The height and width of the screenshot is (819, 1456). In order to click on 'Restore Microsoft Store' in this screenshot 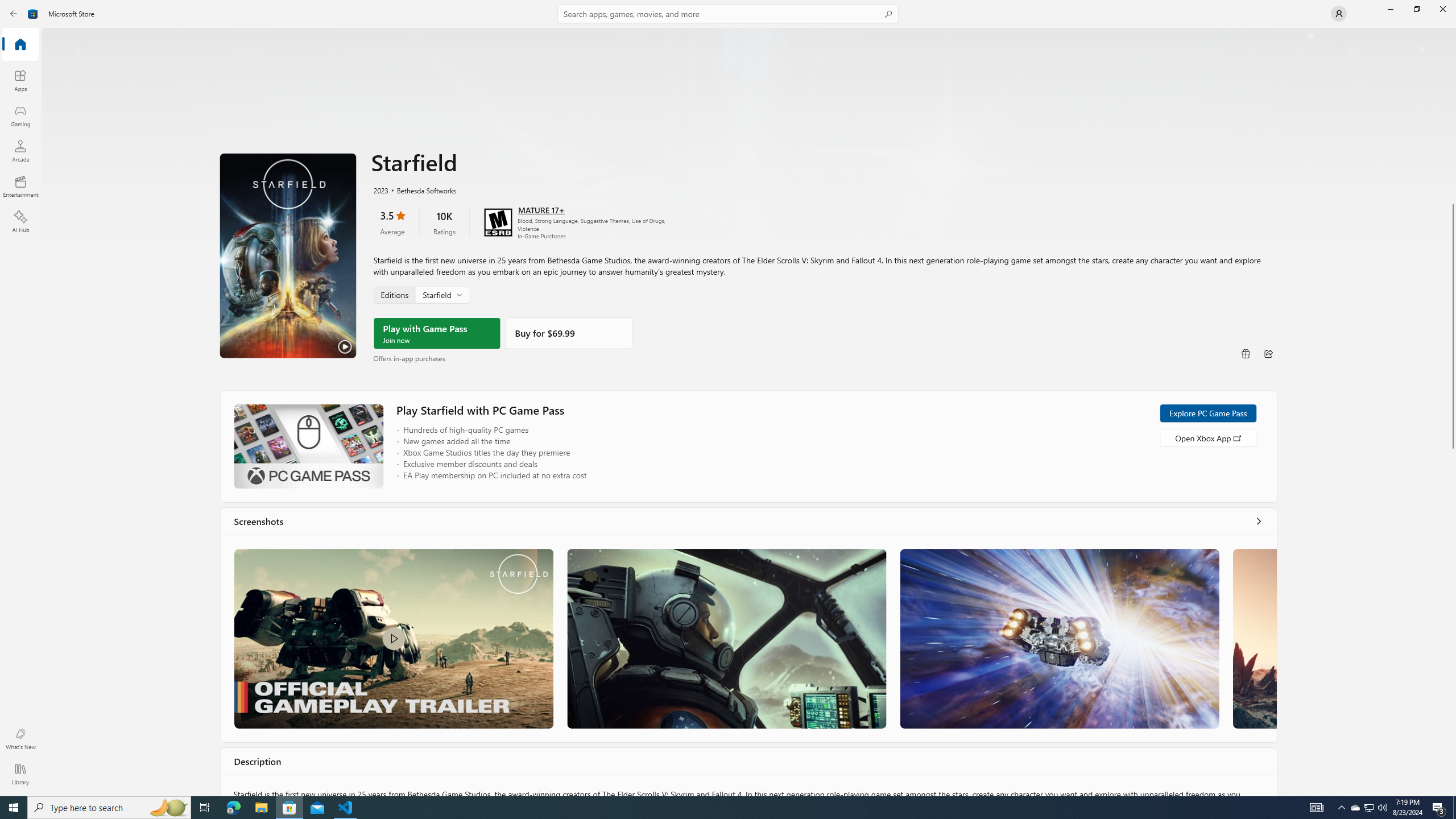, I will do `click(1416, 9)`.